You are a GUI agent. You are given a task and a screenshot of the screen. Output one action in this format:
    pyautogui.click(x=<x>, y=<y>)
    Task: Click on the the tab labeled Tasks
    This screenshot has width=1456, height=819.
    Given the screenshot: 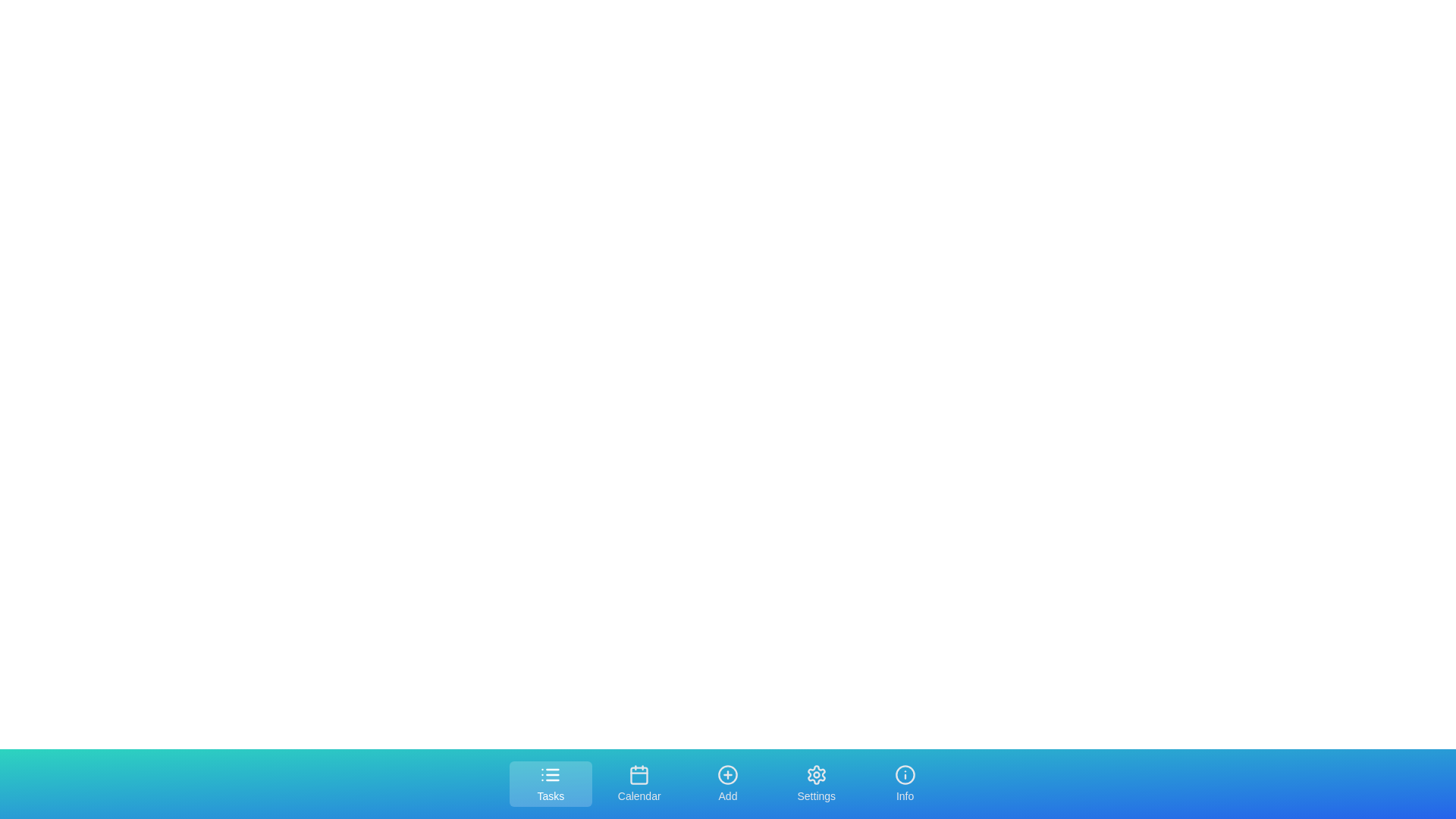 What is the action you would take?
    pyautogui.click(x=549, y=783)
    